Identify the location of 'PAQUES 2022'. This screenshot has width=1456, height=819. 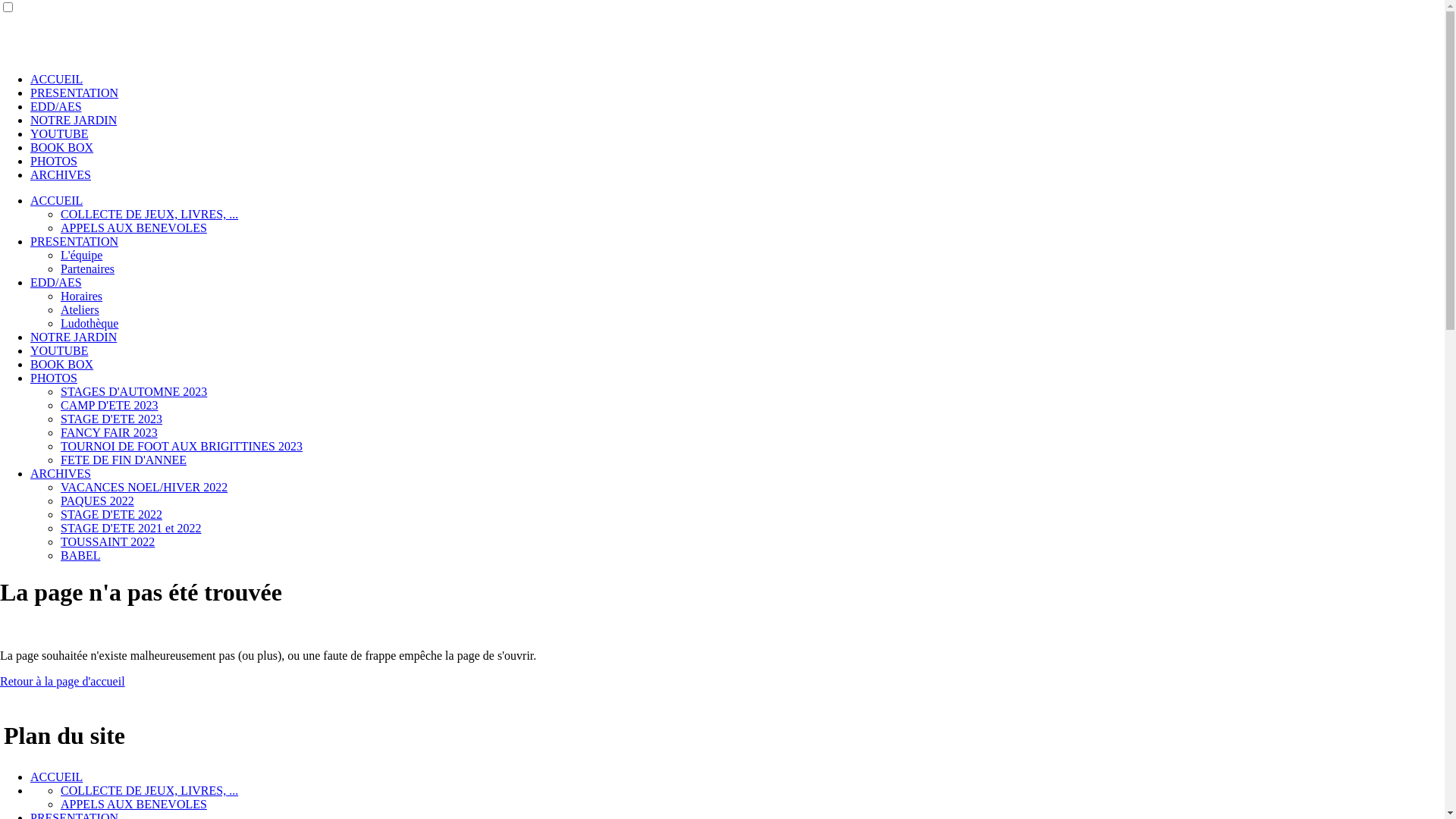
(61, 500).